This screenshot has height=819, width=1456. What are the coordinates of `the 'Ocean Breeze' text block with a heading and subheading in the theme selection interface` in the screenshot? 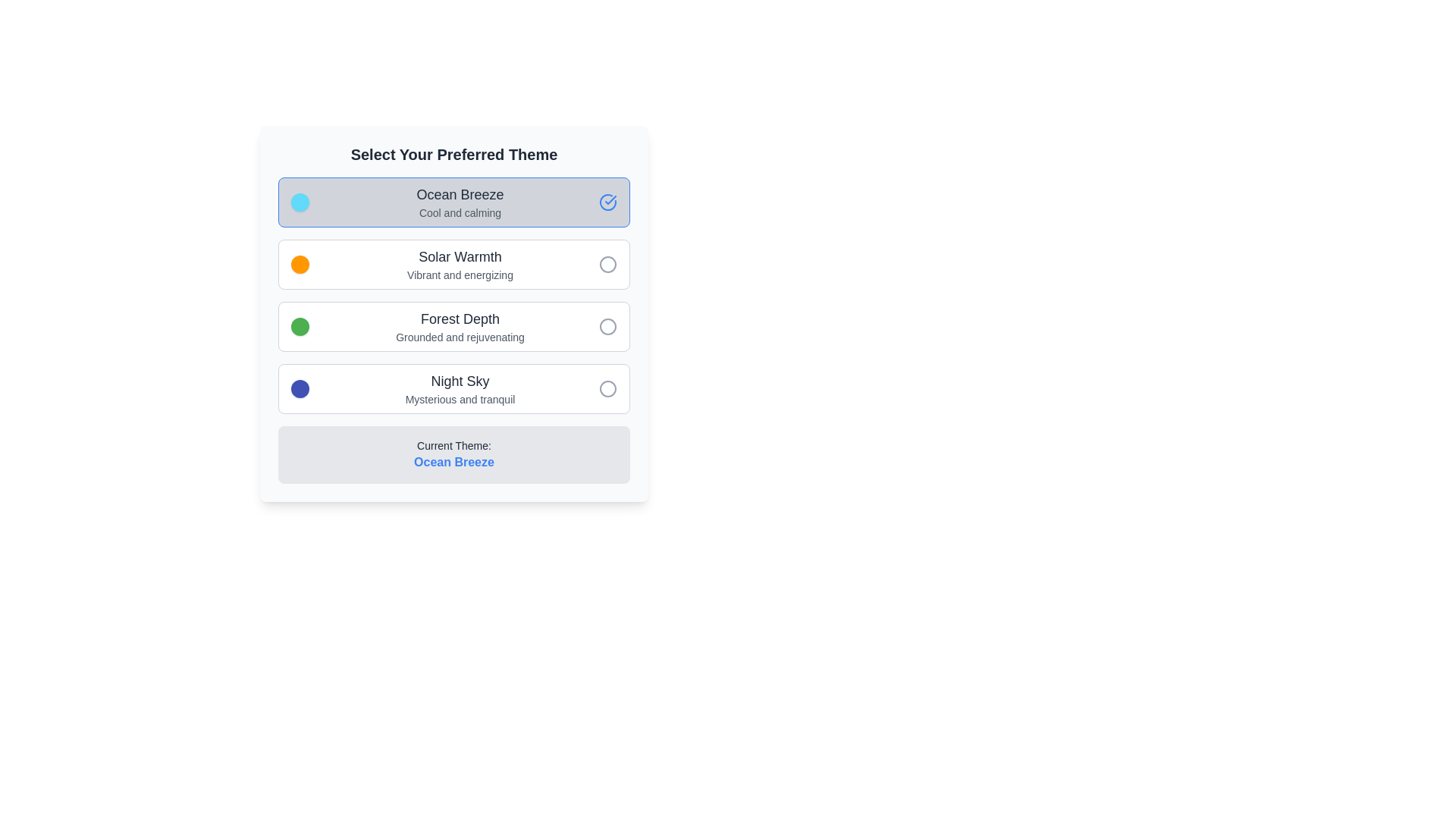 It's located at (459, 201).